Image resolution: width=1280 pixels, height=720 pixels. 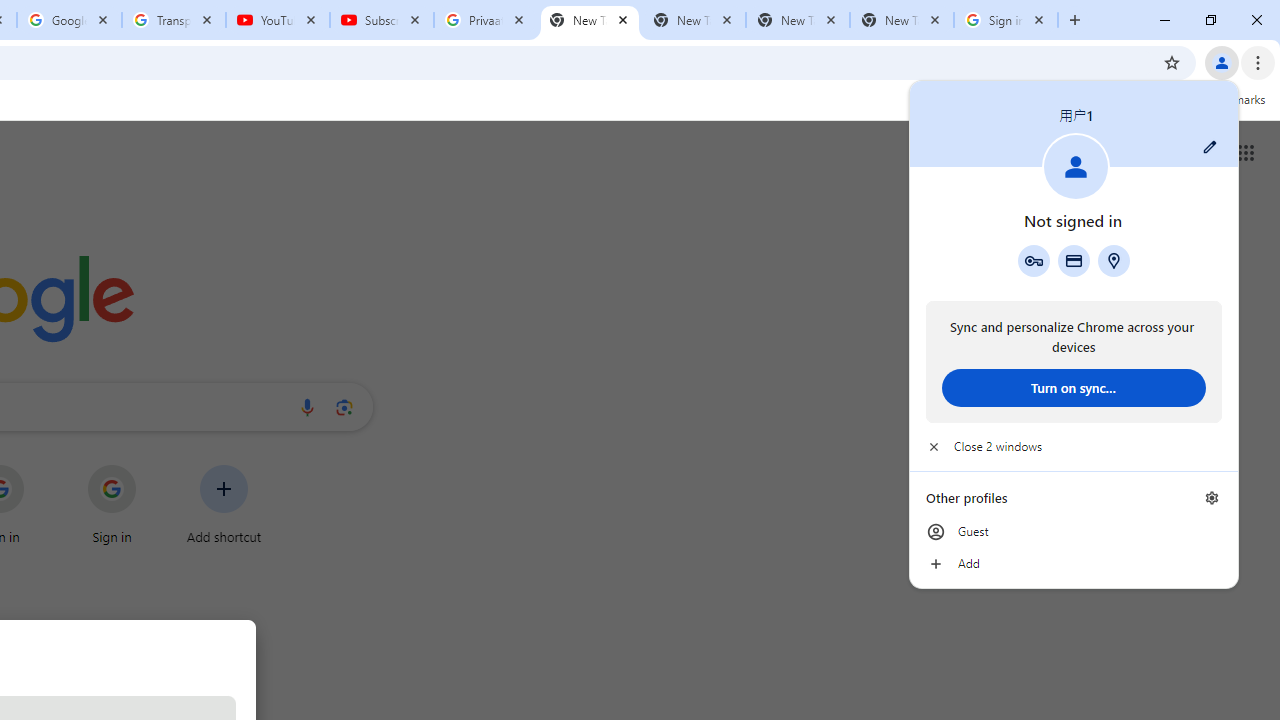 What do you see at coordinates (1072, 446) in the screenshot?
I see `'Close 2 windows'` at bounding box center [1072, 446].